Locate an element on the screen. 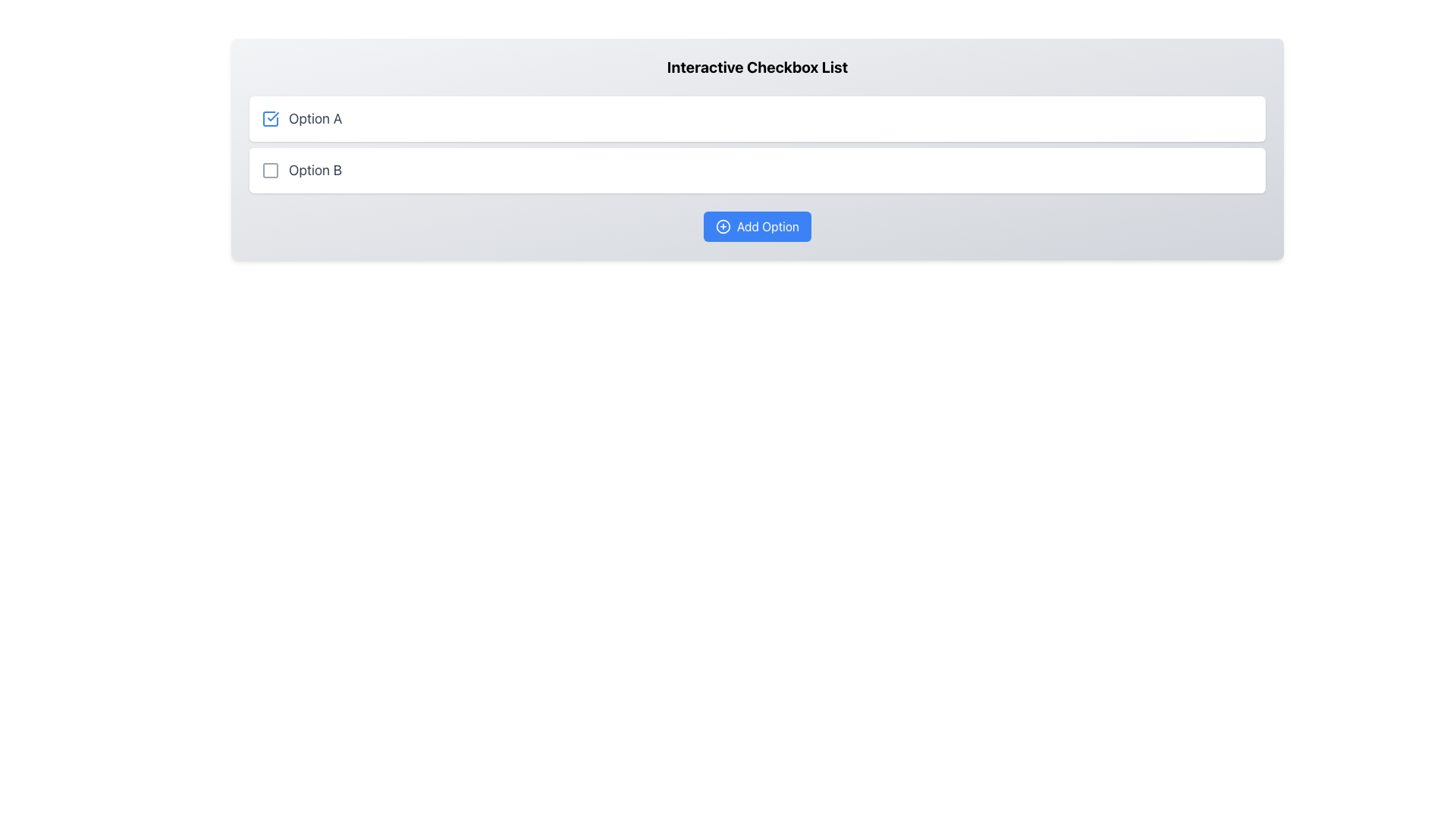 The width and height of the screenshot is (1456, 819). the blue rectangular button labeled 'Add Option' with a plus sign icon, located in the 'Interactive Checkbox List' section is located at coordinates (757, 217).